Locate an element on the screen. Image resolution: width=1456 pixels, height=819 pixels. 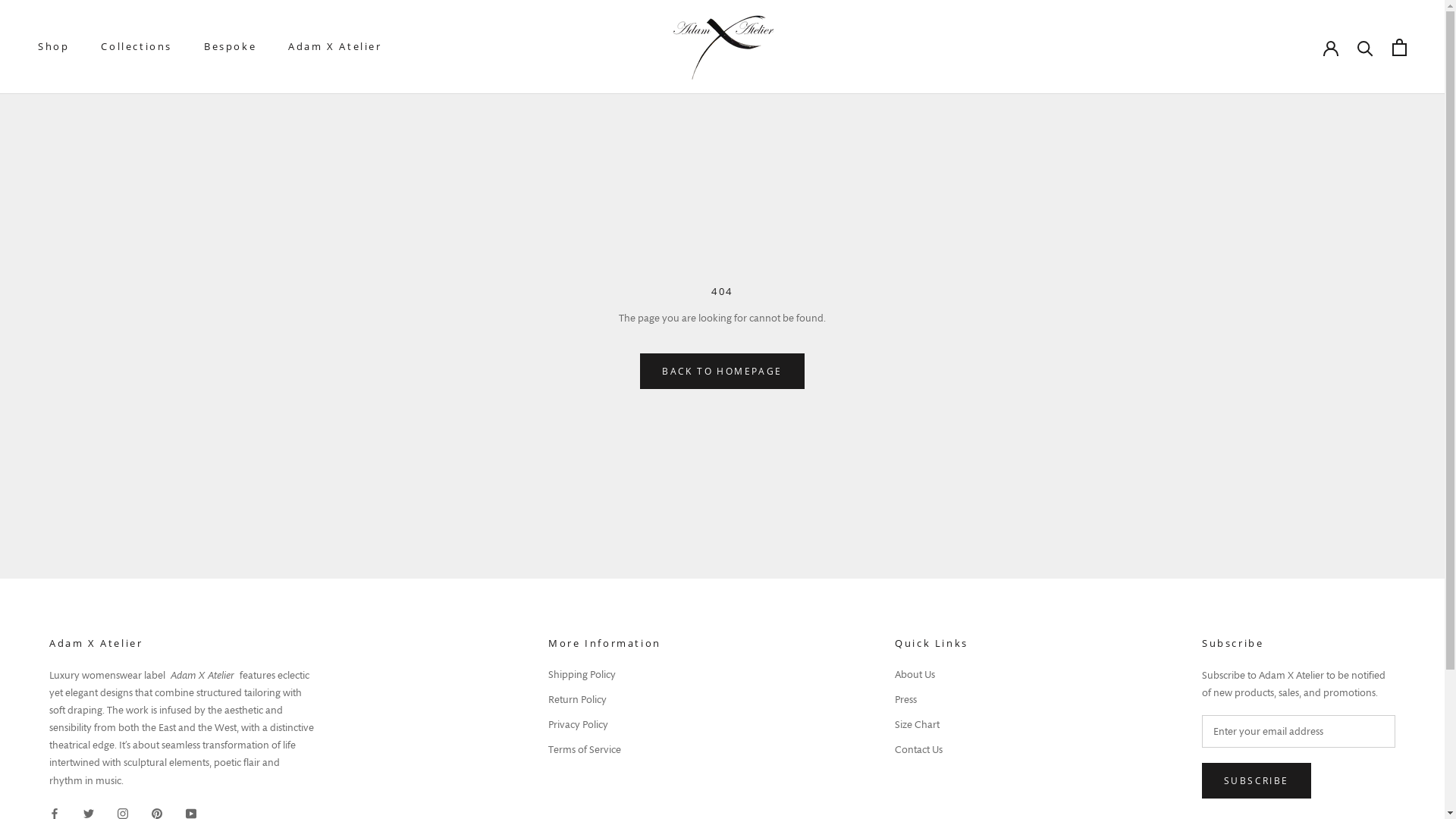
'Terms of Service' is located at coordinates (604, 748).